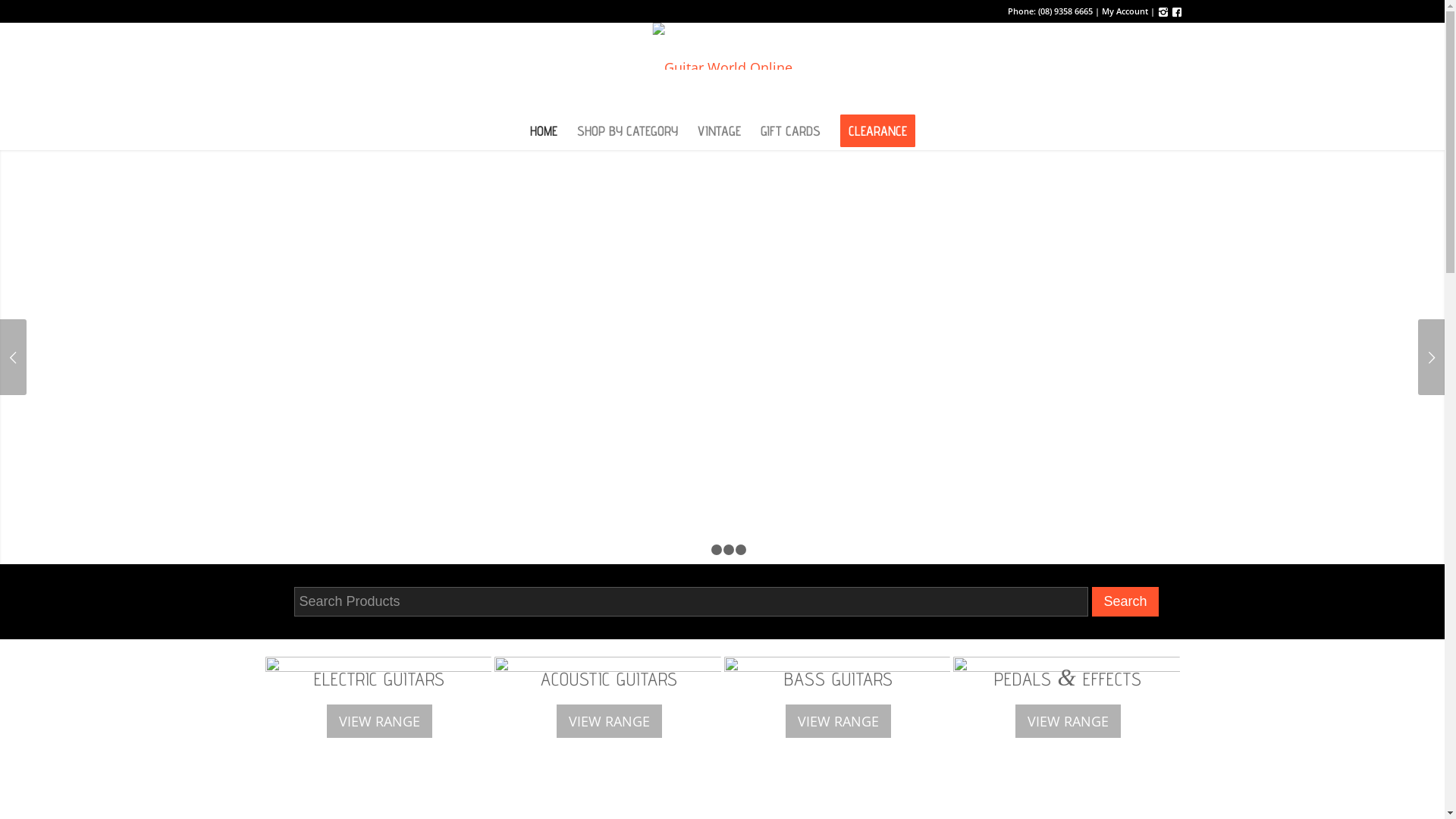 This screenshot has width=1456, height=819. Describe the element at coordinates (627, 130) in the screenshot. I see `'SHOP BY CATEGORY'` at that location.